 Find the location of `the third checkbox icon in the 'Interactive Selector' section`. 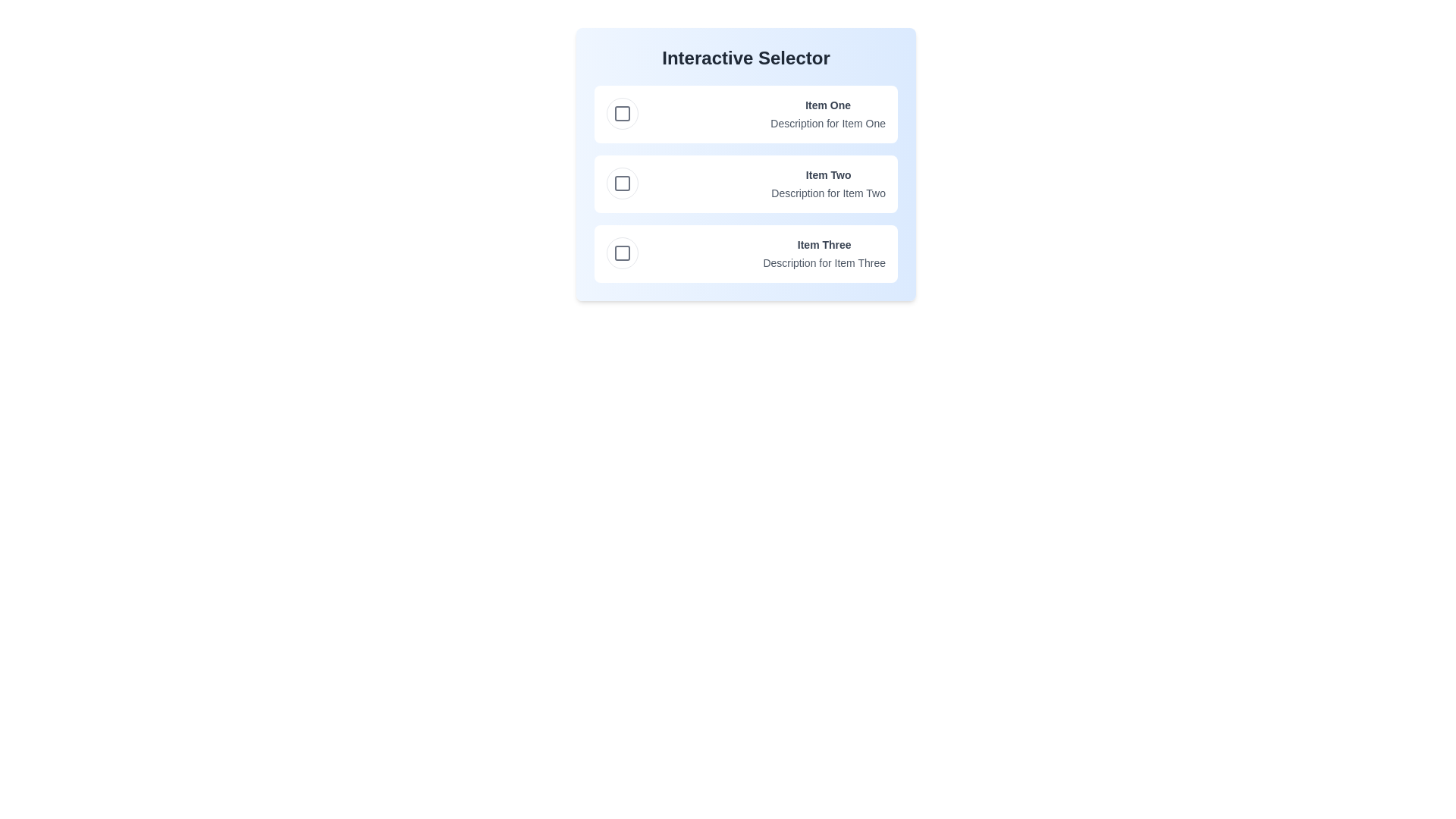

the third checkbox icon in the 'Interactive Selector' section is located at coordinates (622, 253).